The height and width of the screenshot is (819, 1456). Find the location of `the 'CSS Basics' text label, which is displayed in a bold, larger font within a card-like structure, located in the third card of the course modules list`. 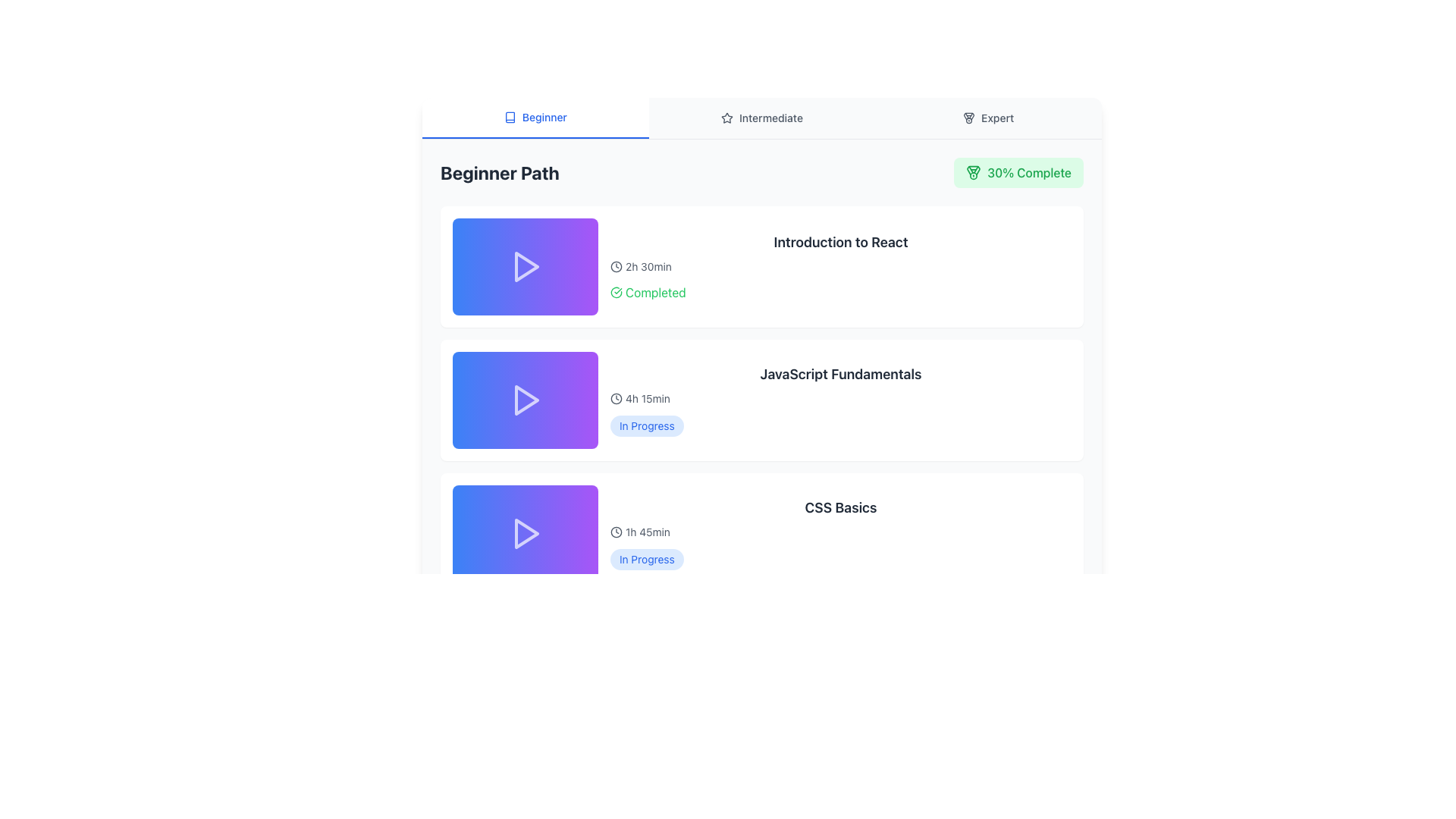

the 'CSS Basics' text label, which is displayed in a bold, larger font within a card-like structure, located in the third card of the course modules list is located at coordinates (839, 508).